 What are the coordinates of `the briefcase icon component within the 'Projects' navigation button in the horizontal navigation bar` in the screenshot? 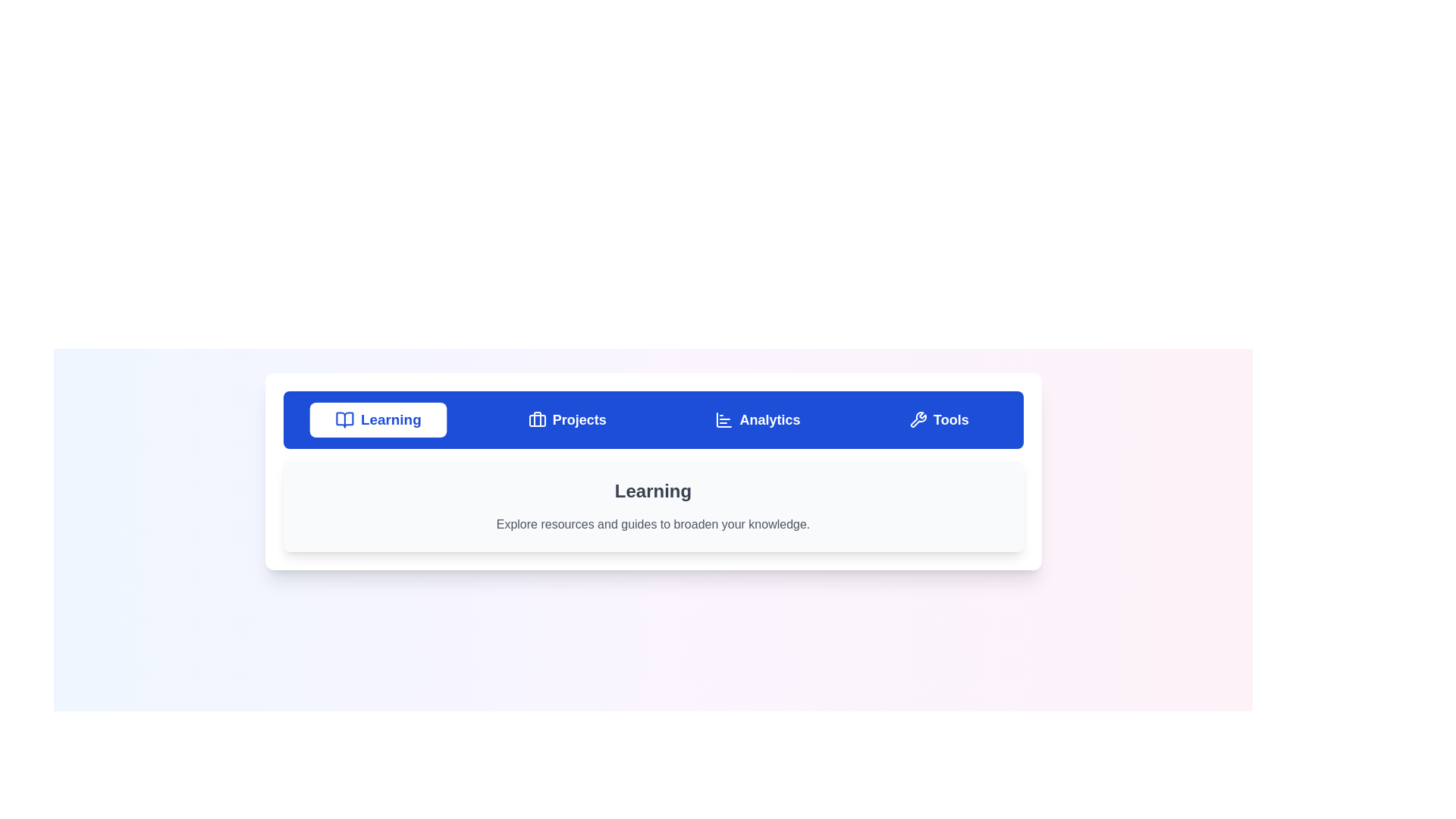 It's located at (537, 419).